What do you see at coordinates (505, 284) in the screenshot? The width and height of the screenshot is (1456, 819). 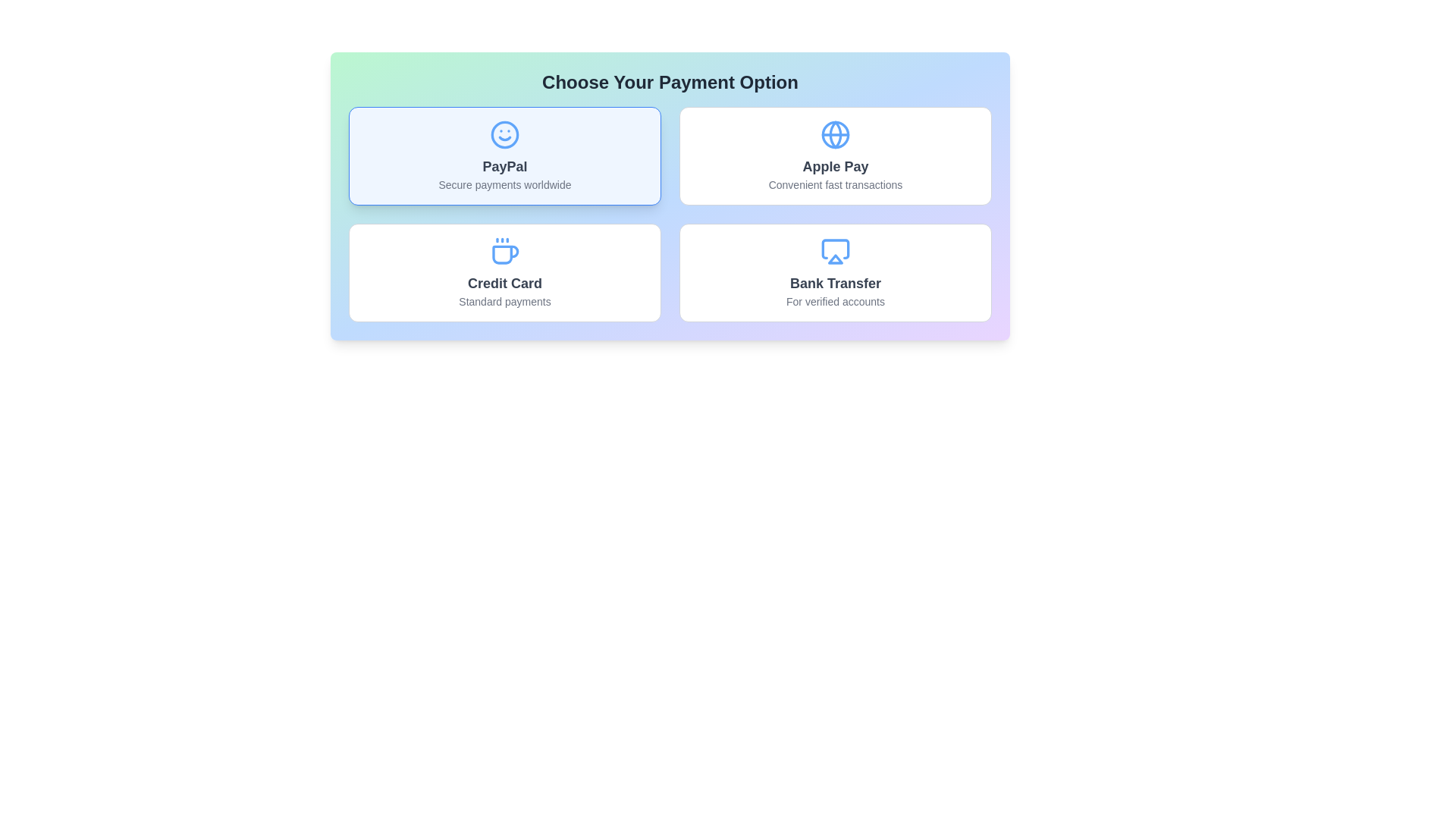 I see `the 'Credit Card' text label displayed in bold, medium-large sans-serif font within the payment options card` at bounding box center [505, 284].